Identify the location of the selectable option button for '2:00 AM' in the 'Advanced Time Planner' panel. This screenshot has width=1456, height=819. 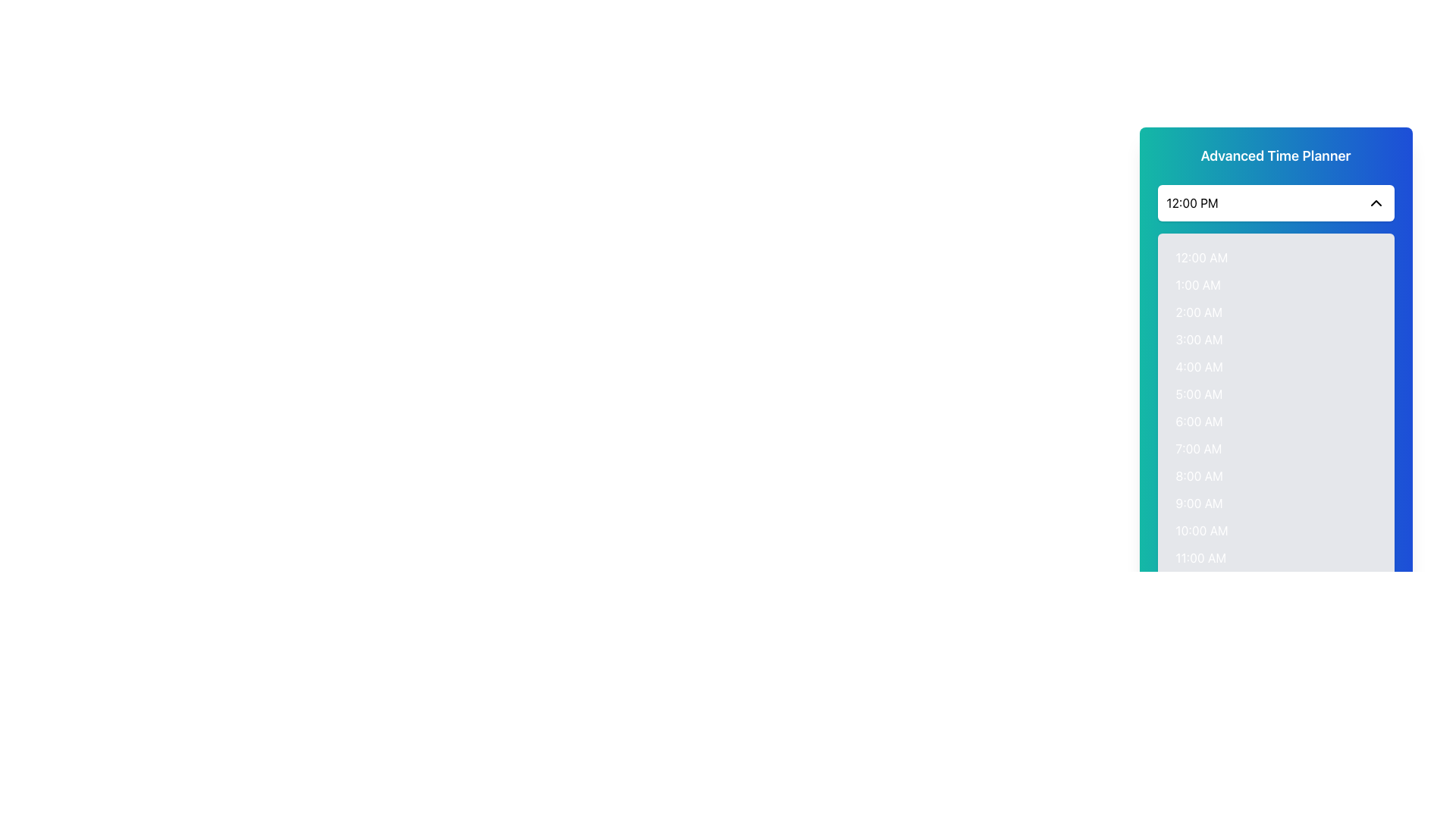
(1275, 312).